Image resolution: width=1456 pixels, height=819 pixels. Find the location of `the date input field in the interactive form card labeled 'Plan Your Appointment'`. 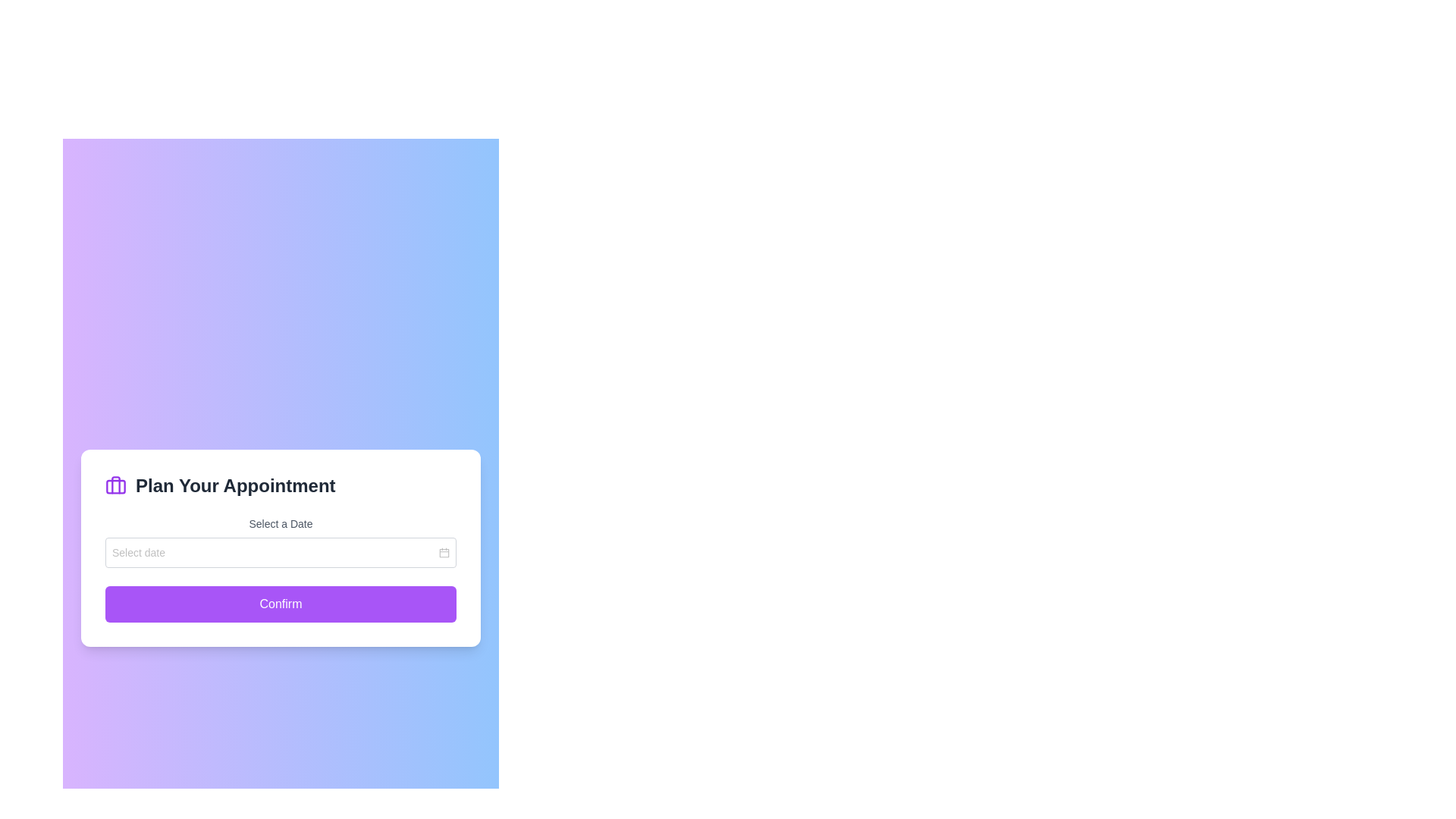

the date input field in the interactive form card labeled 'Plan Your Appointment' is located at coordinates (281, 548).